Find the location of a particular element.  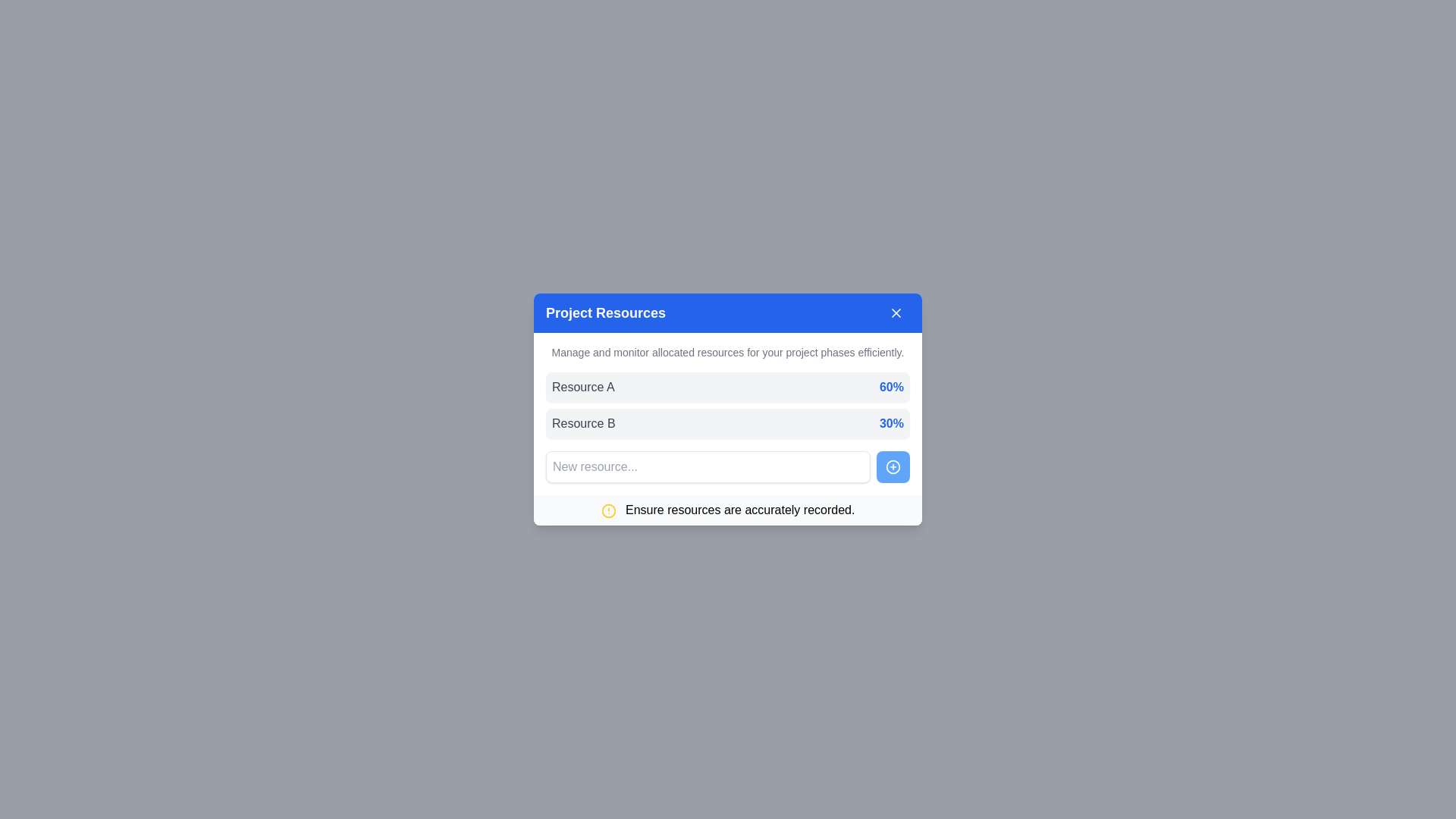

the notification bar containing the text 'Ensure resources are accurately recorded.' with a yellow warning icon, located at the bottom of the 'Project Resources' modal dialog is located at coordinates (728, 510).